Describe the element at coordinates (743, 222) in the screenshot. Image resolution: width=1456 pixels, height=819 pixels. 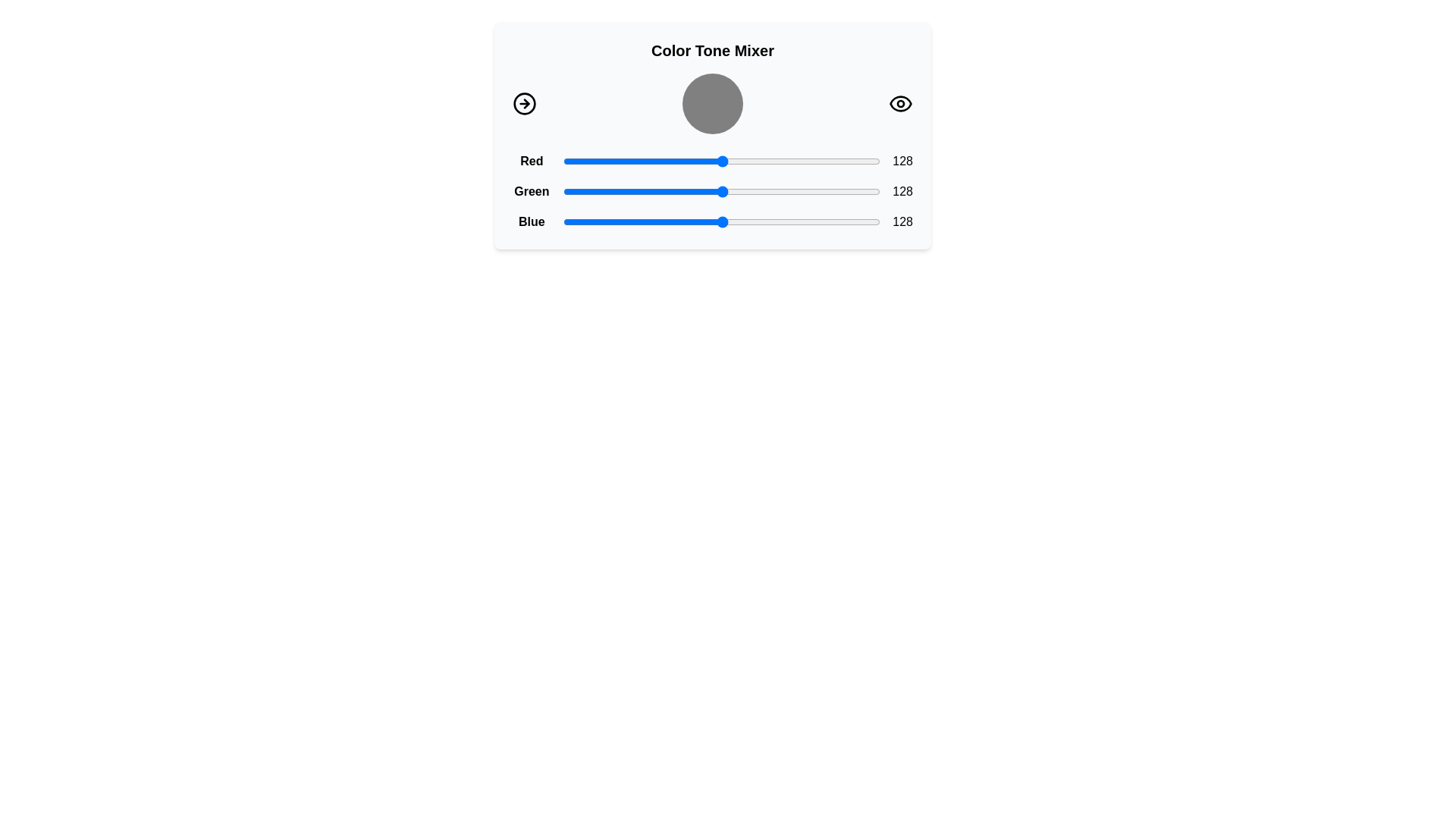
I see `the slider value` at that location.